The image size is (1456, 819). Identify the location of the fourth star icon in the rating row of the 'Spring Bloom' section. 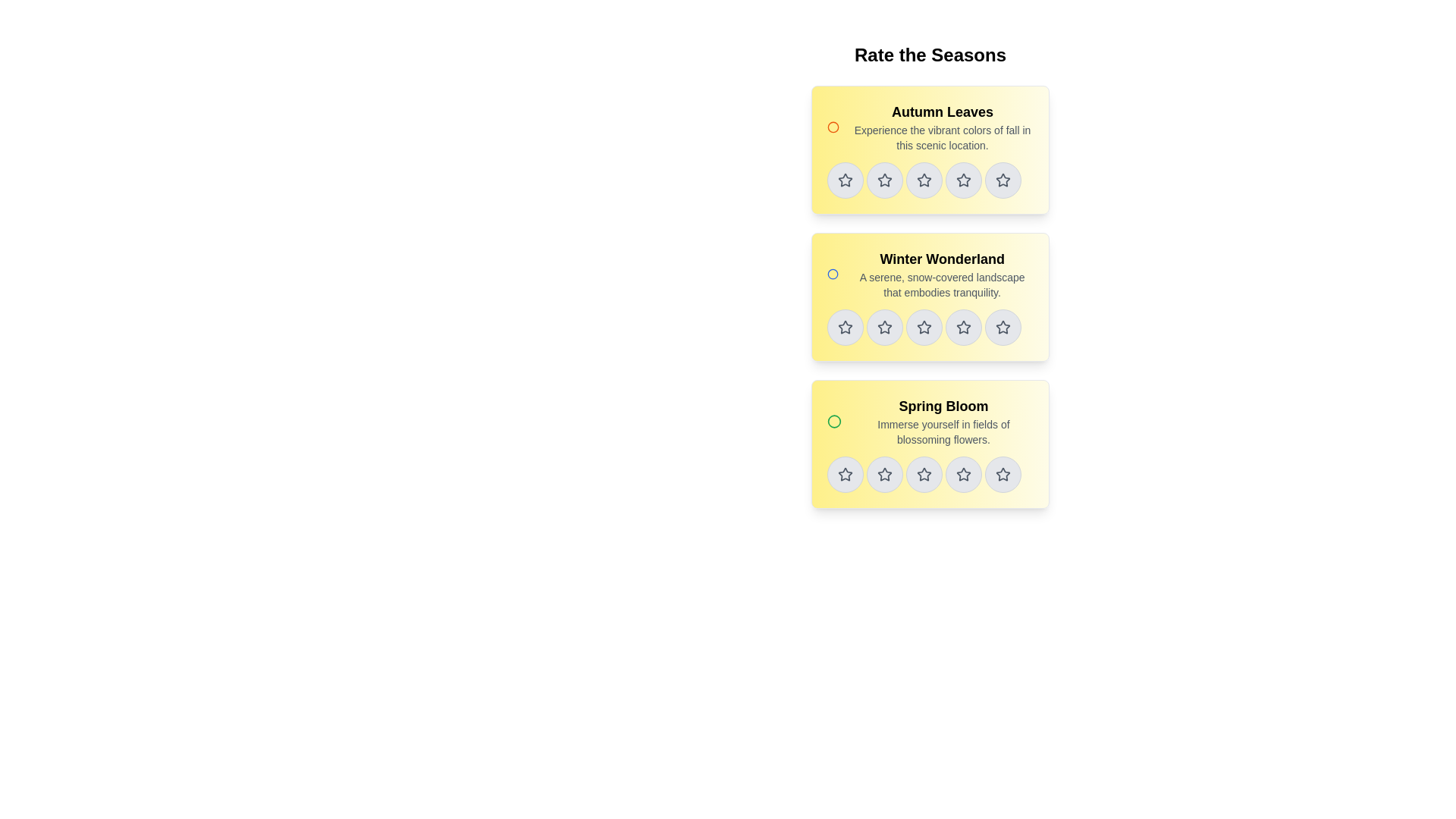
(963, 473).